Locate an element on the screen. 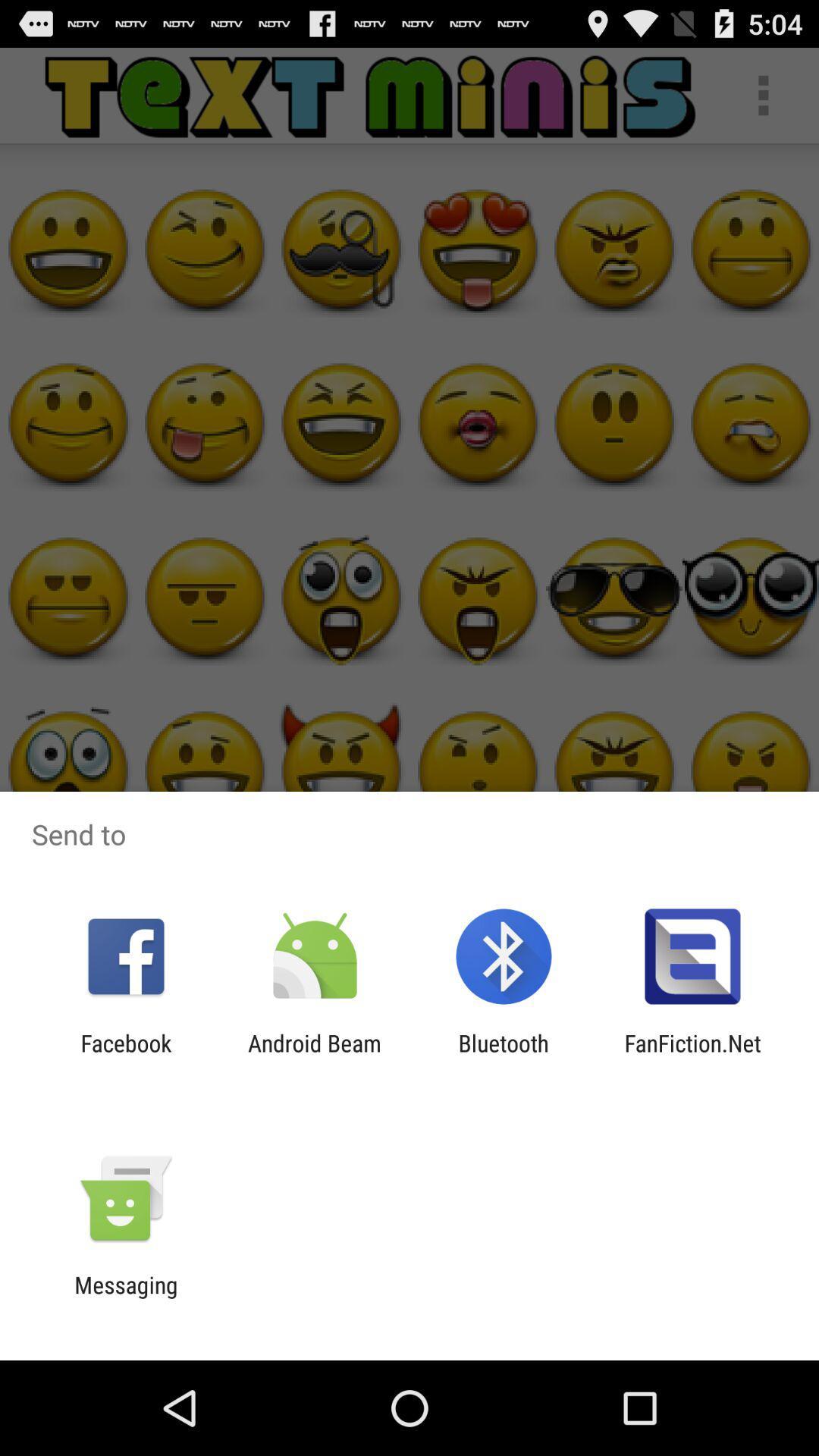 This screenshot has width=819, height=1456. item to the right of the android beam item is located at coordinates (504, 1056).